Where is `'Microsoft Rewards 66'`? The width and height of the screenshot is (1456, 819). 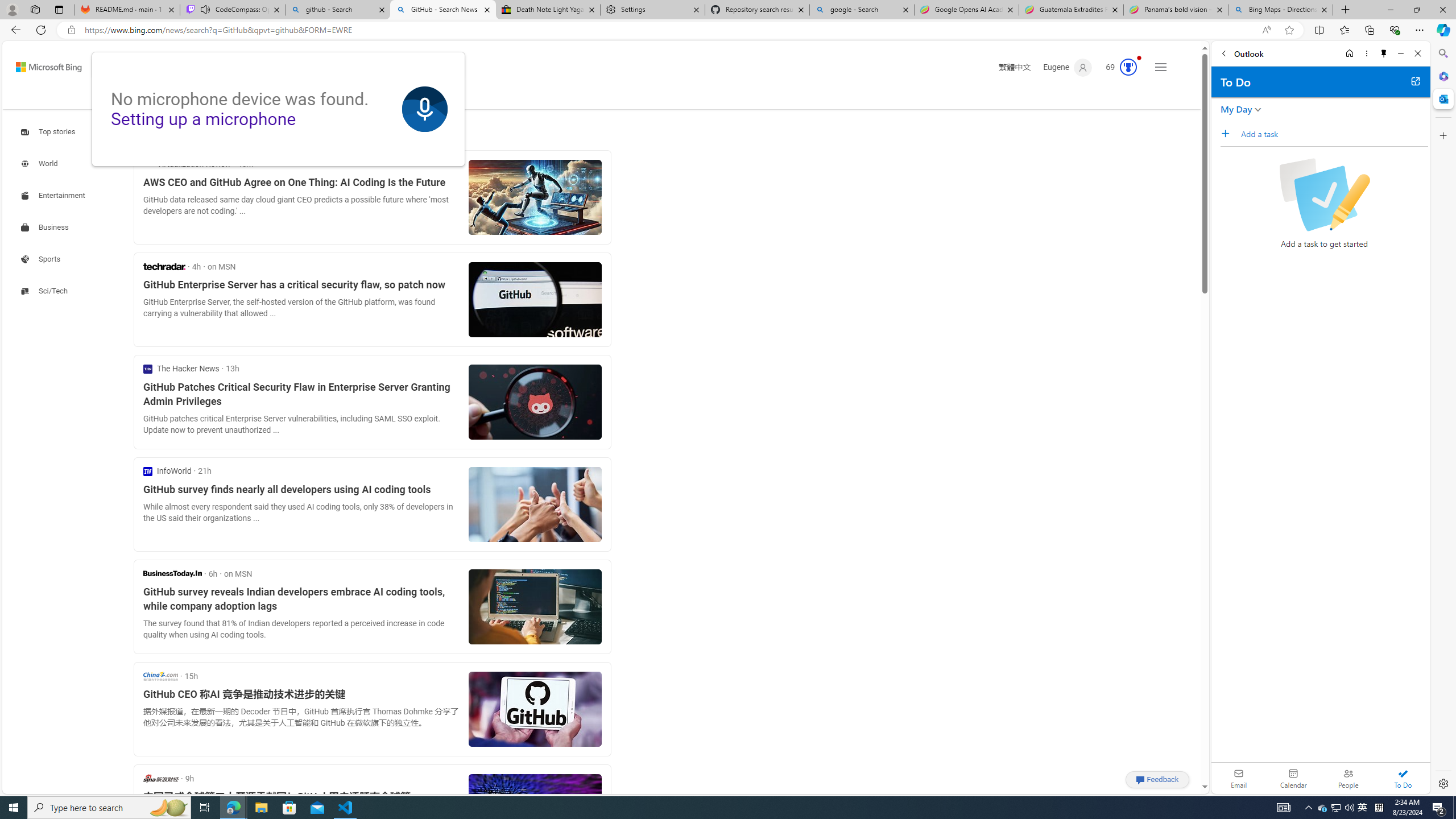 'Microsoft Rewards 66' is located at coordinates (1118, 67).